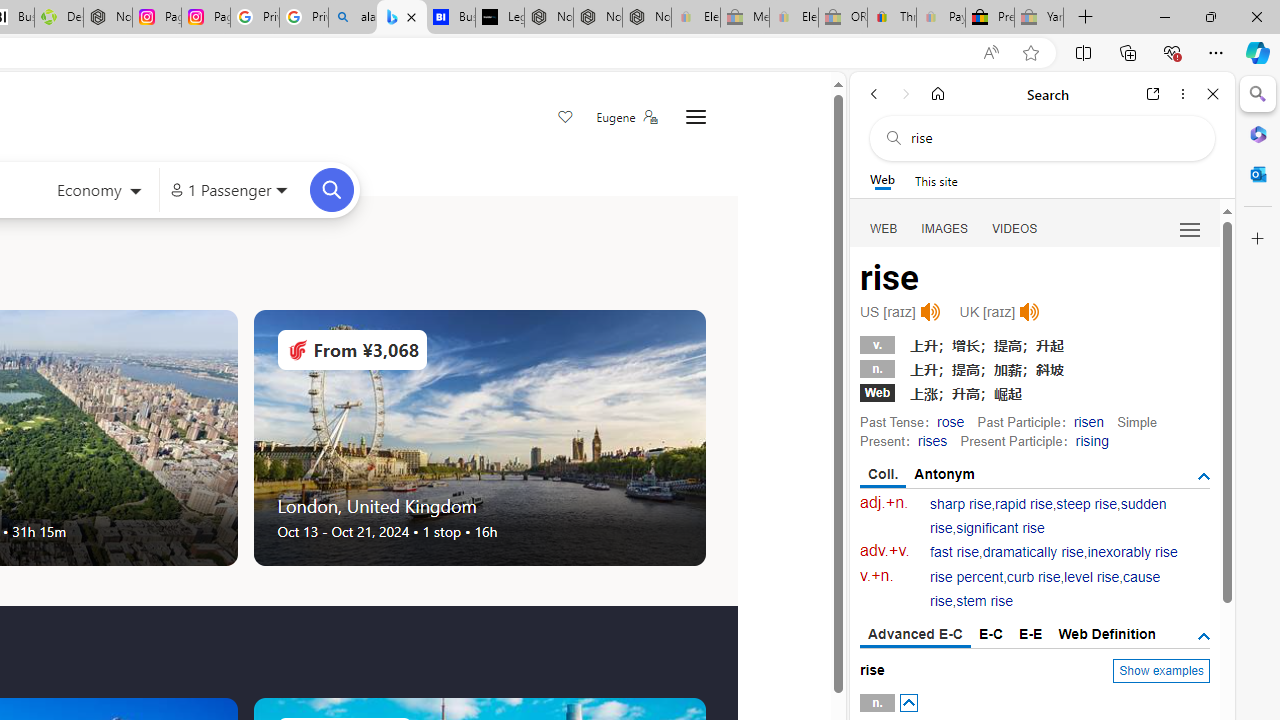 The image size is (1280, 720). Describe the element at coordinates (991, 633) in the screenshot. I see `'E-C'` at that location.